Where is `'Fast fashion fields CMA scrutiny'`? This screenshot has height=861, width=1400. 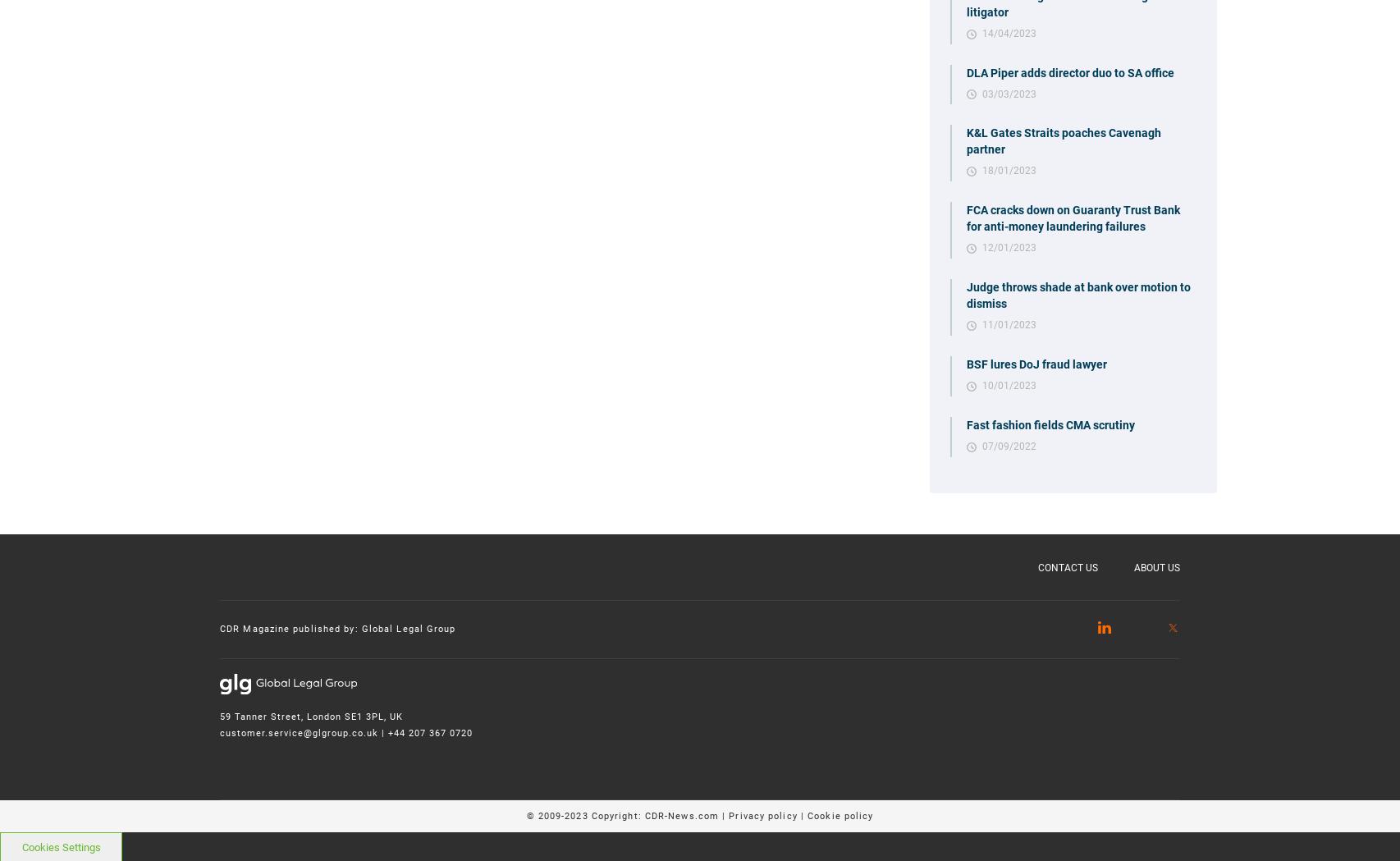 'Fast fashion fields CMA scrutiny' is located at coordinates (1050, 424).